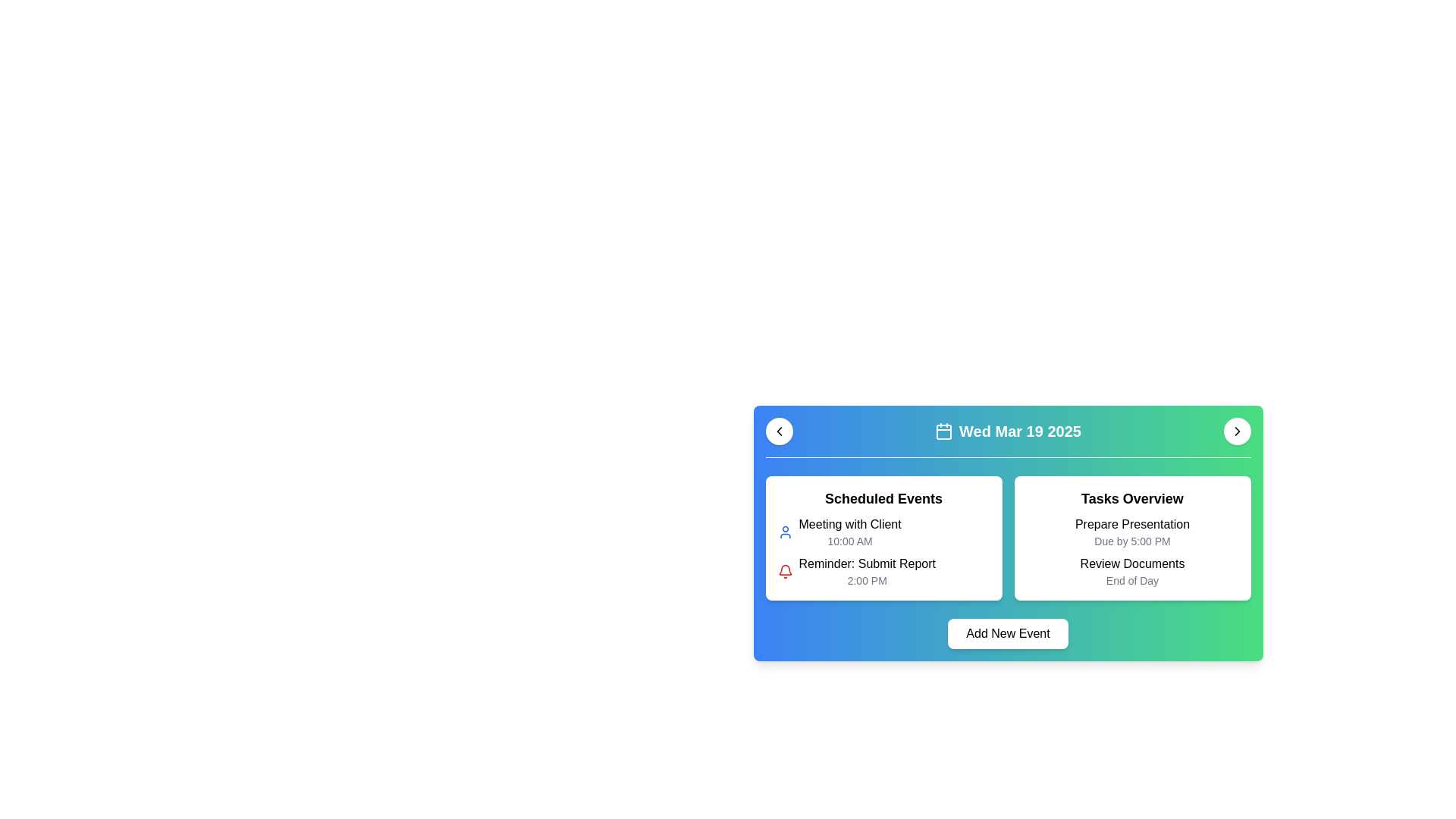  What do you see at coordinates (883, 571) in the screenshot?
I see `the scheduled task reminder element, which contains an icon and text, located below 'Meeting with Client' in the 'Scheduled Events' section` at bounding box center [883, 571].